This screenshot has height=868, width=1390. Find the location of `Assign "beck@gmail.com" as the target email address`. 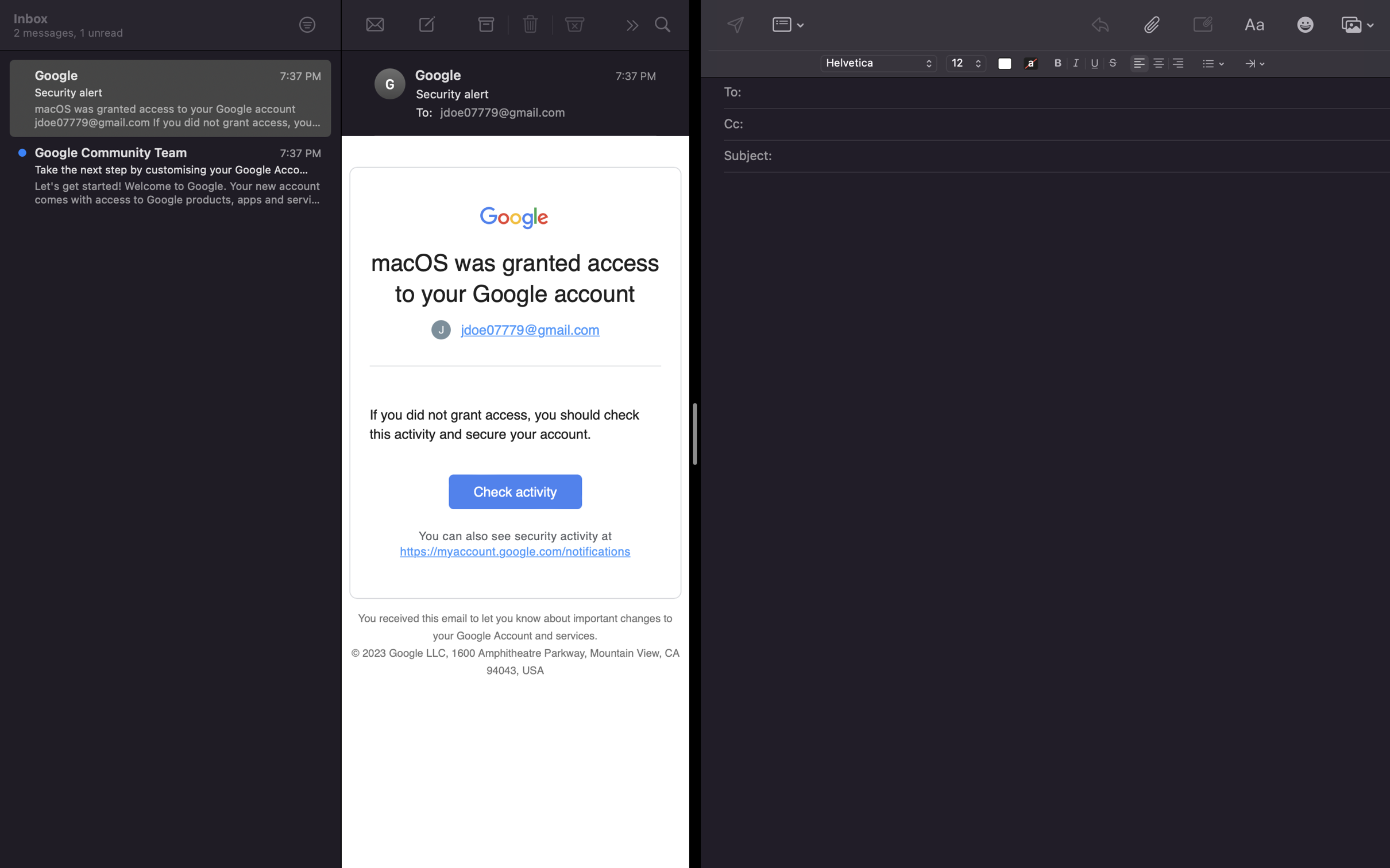

Assign "beck@gmail.com" as the target email address is located at coordinates (1065, 93).